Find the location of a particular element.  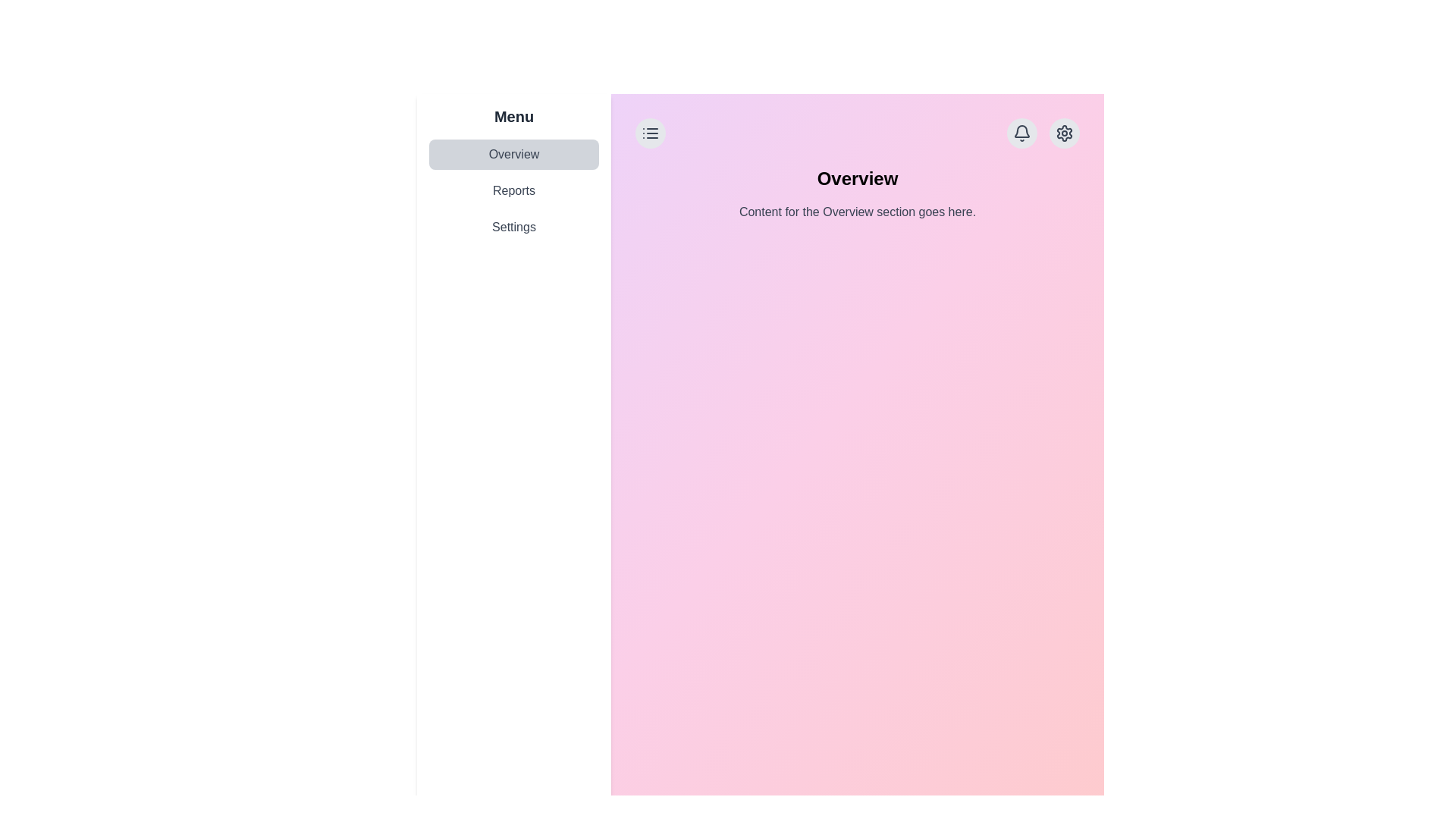

the Bell icon located in the top-right corner of the content panel is located at coordinates (1022, 133).